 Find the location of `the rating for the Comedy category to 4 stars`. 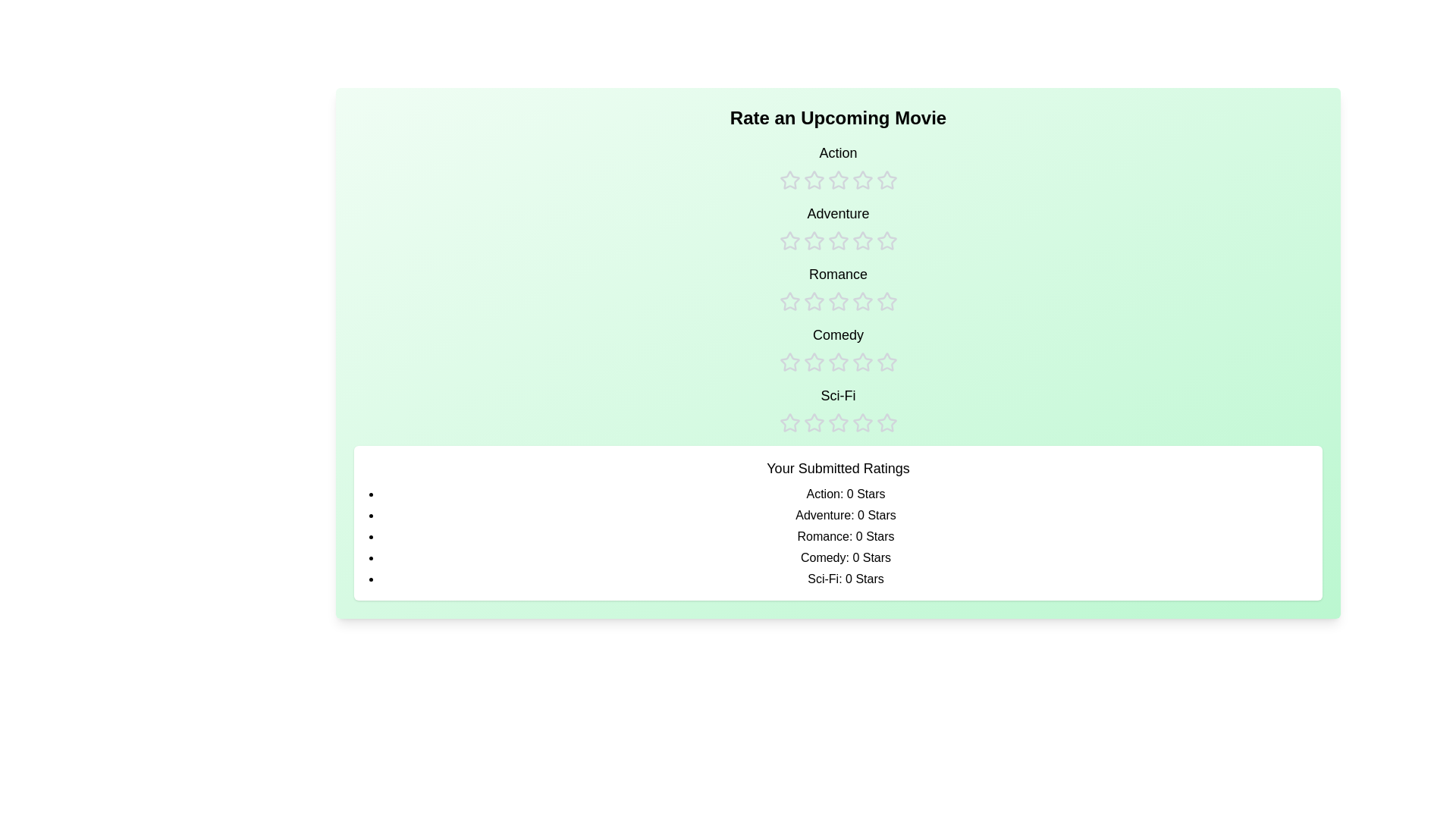

the rating for the Comedy category to 4 stars is located at coordinates (862, 348).